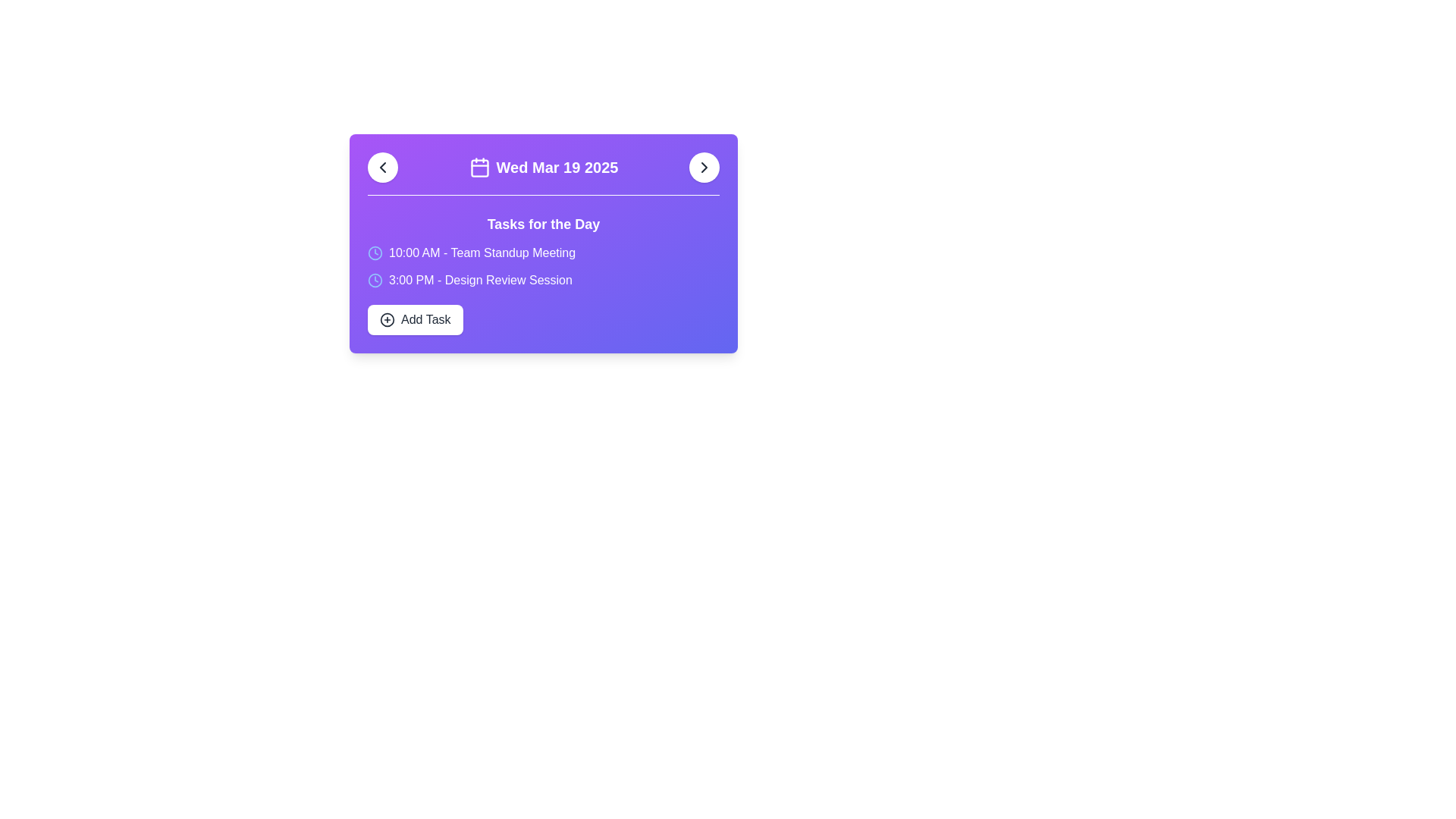 The height and width of the screenshot is (819, 1456). Describe the element at coordinates (382, 167) in the screenshot. I see `the left-pointing chevron arrow icon located in the top-left area of the card interface, next to the date 'Wed Mar 19 2025'` at that location.